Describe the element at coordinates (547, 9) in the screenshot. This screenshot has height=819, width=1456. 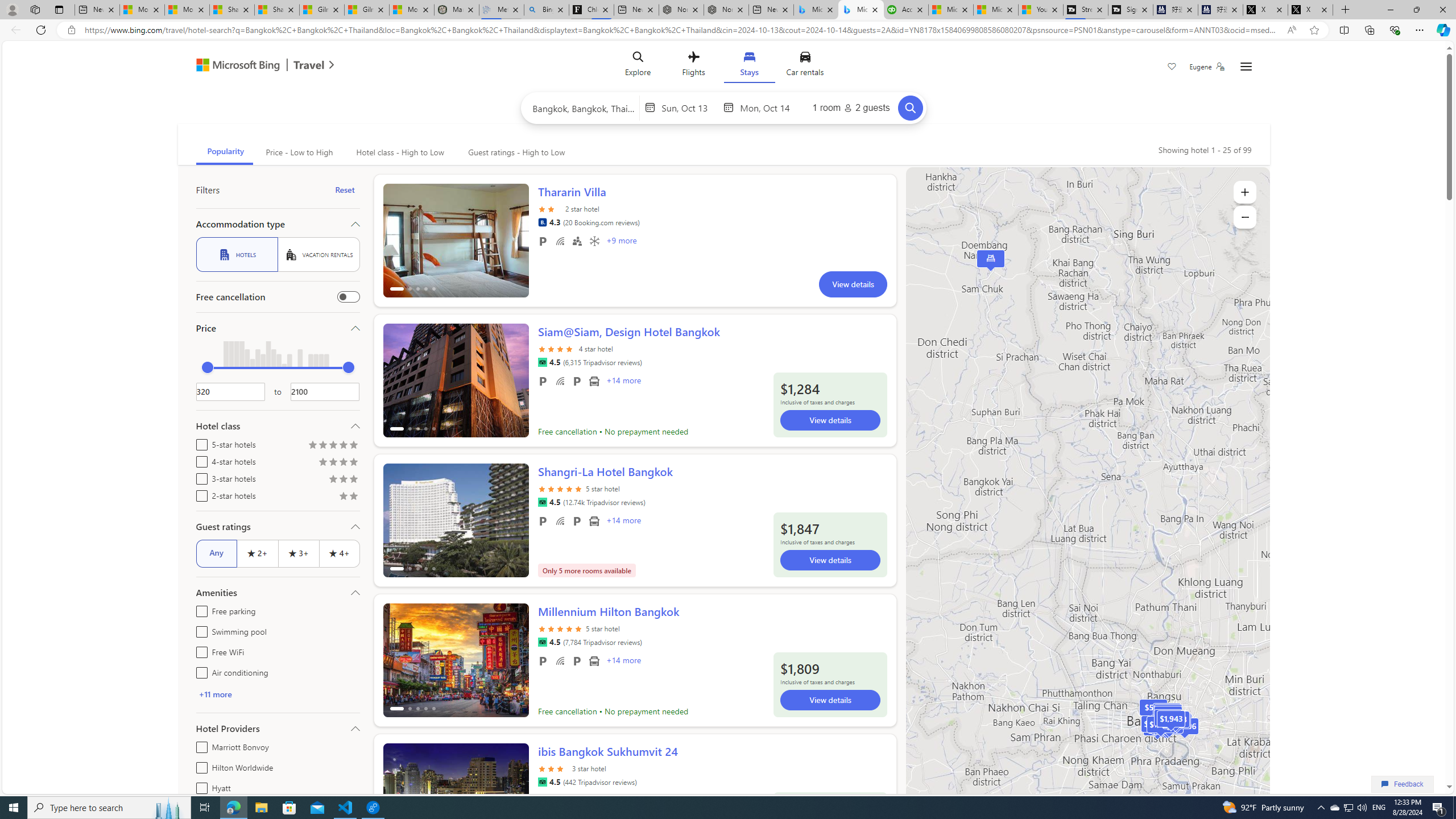
I see `'Bing Real Estate - Home sales and rental listings'` at that location.